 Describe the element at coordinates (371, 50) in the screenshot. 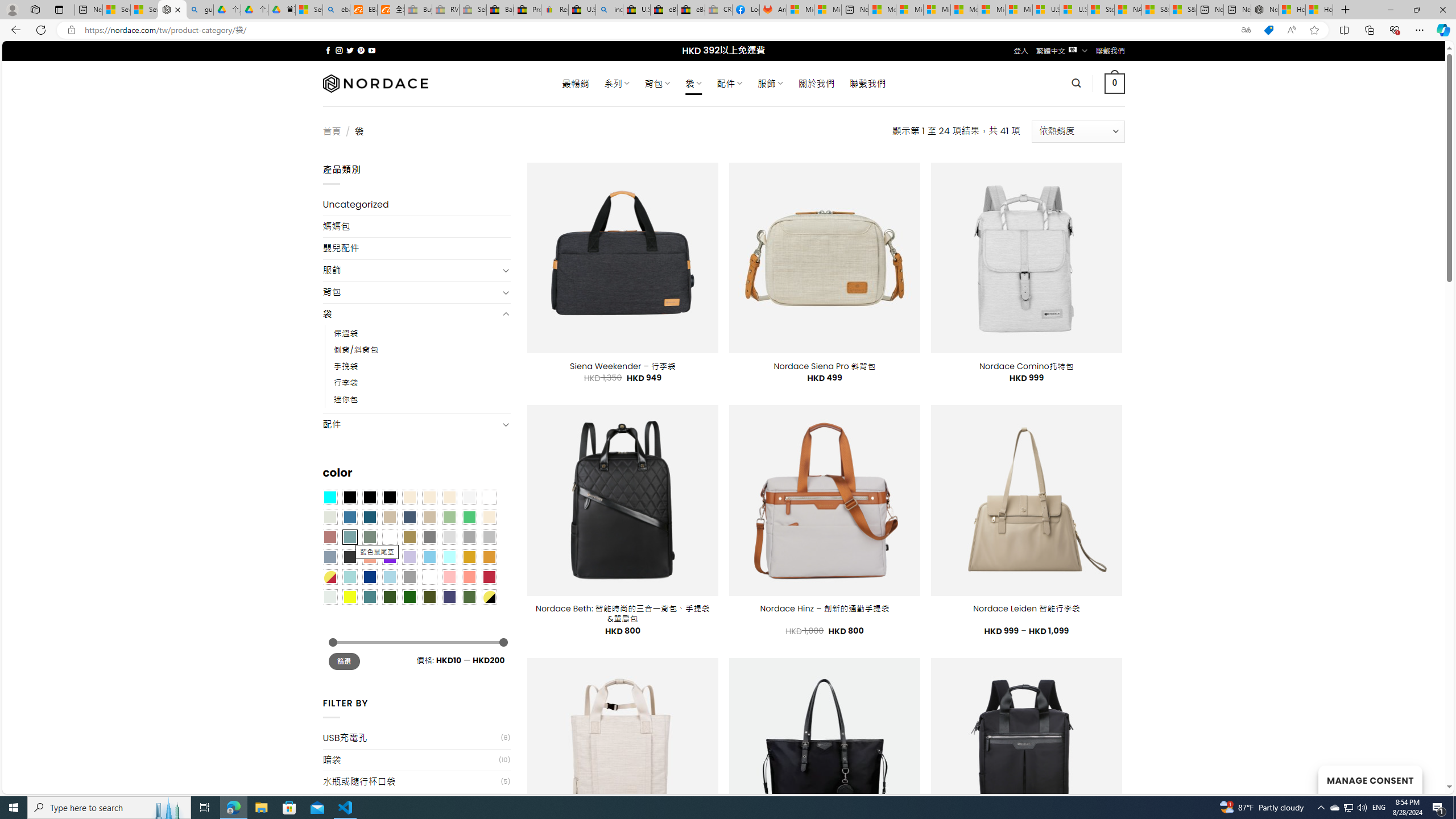

I see `'Follow on YouTube'` at that location.